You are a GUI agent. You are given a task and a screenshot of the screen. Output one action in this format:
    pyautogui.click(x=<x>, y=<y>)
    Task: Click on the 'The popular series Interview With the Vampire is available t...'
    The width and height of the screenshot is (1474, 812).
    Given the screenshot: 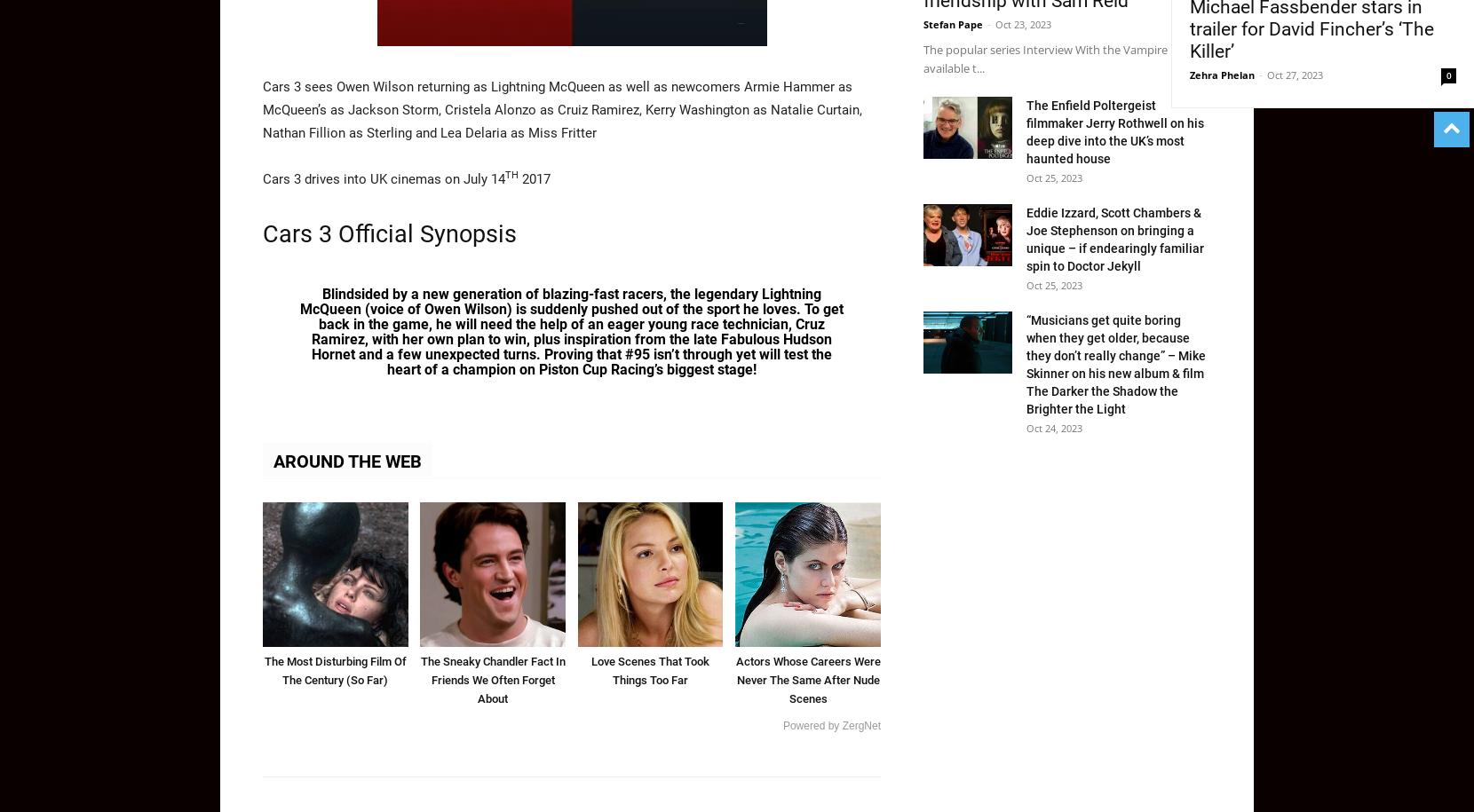 What is the action you would take?
    pyautogui.click(x=922, y=57)
    